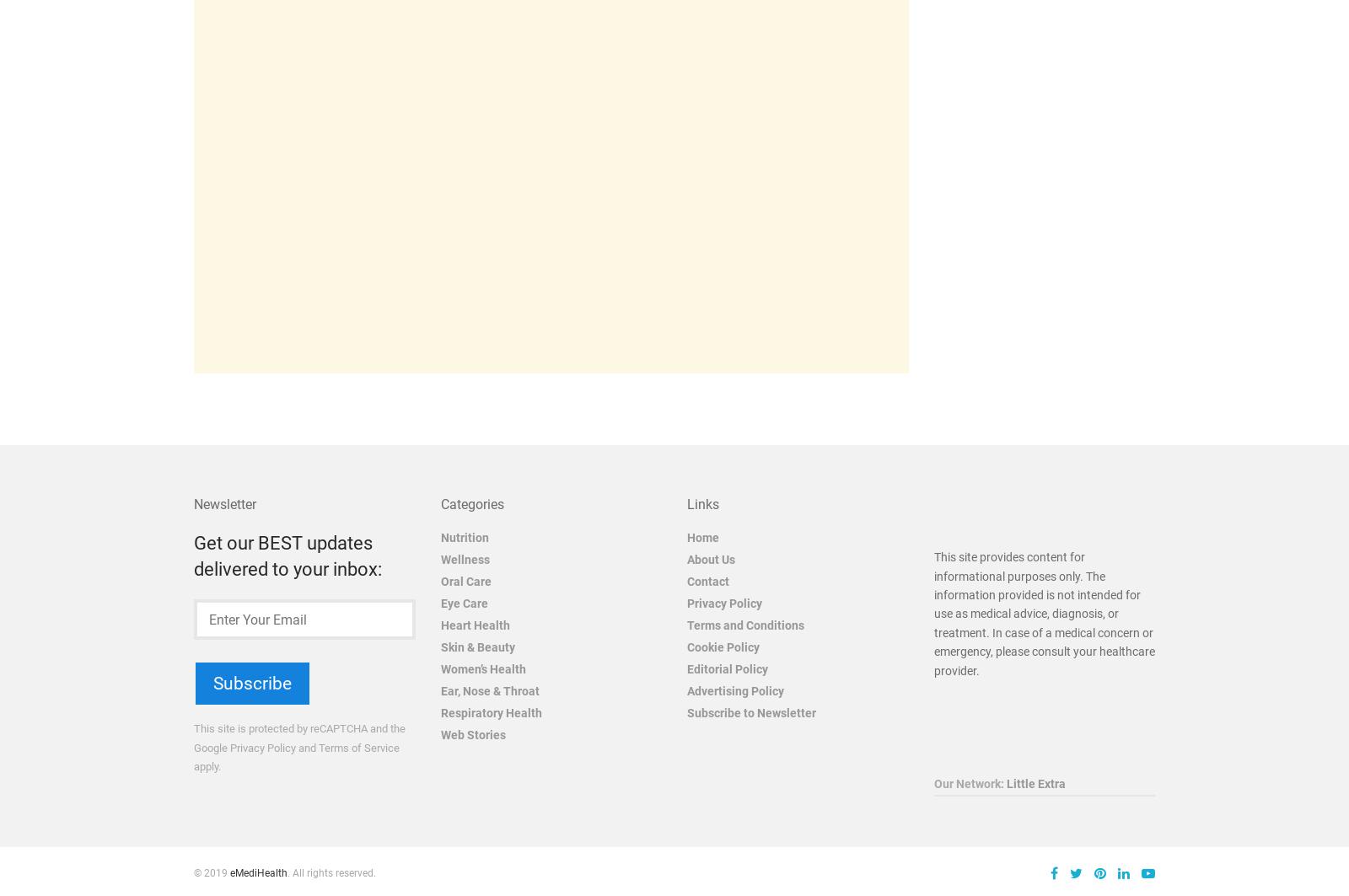  What do you see at coordinates (471, 733) in the screenshot?
I see `'Web Stories'` at bounding box center [471, 733].